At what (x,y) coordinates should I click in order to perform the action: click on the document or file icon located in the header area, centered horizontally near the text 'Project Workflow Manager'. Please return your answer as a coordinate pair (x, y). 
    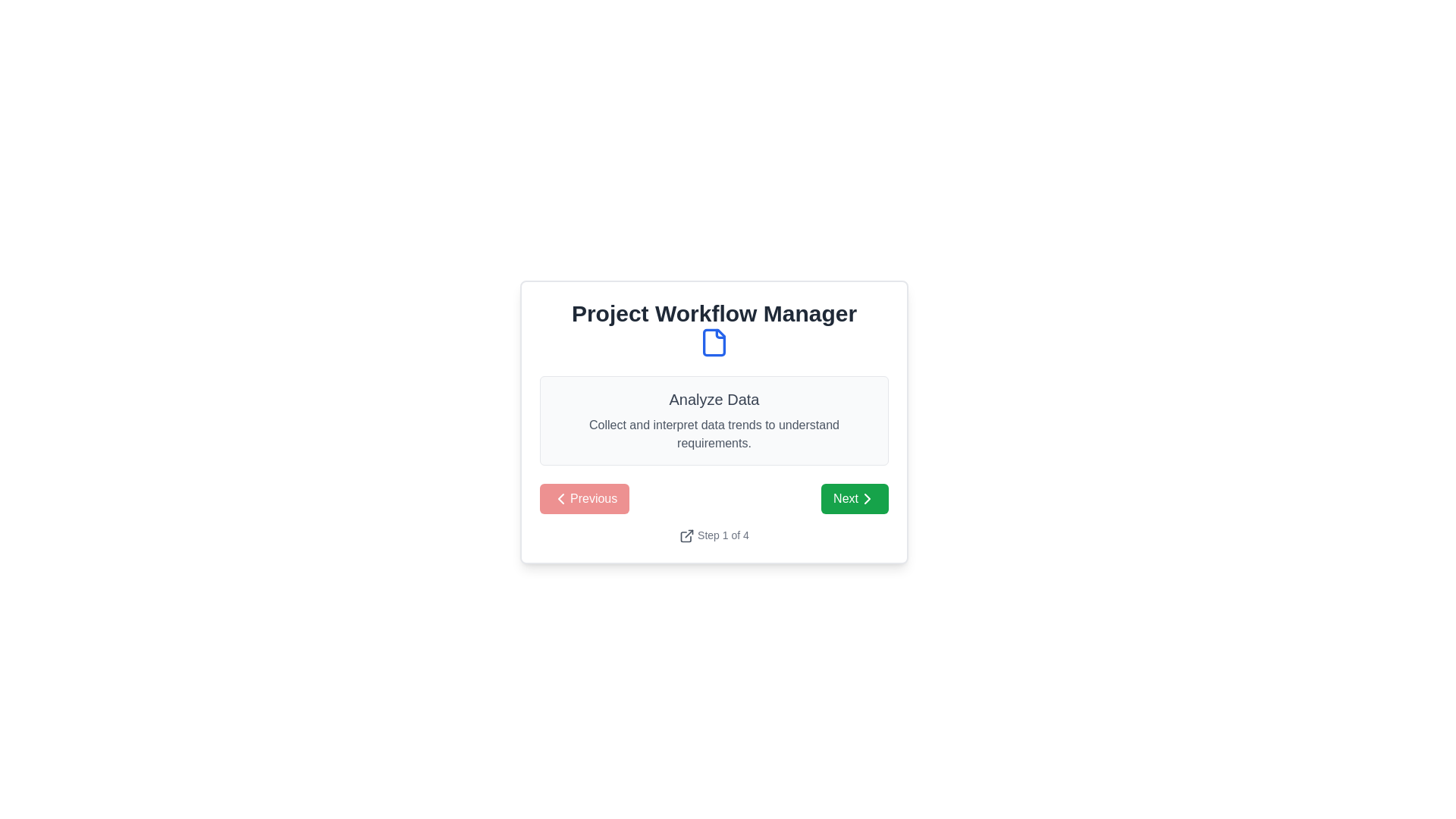
    Looking at the image, I should click on (713, 342).